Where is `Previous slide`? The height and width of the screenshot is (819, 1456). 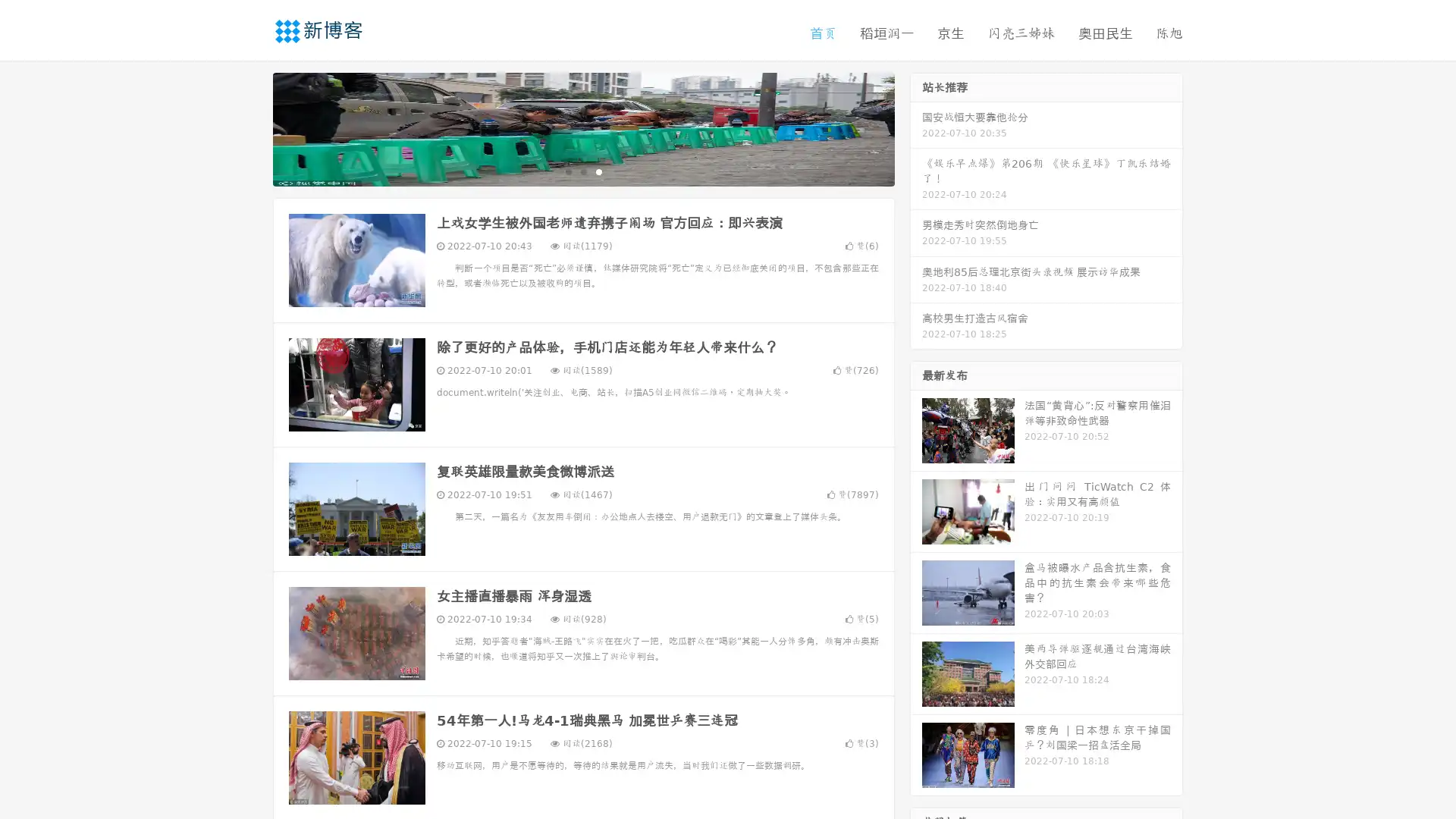 Previous slide is located at coordinates (250, 127).